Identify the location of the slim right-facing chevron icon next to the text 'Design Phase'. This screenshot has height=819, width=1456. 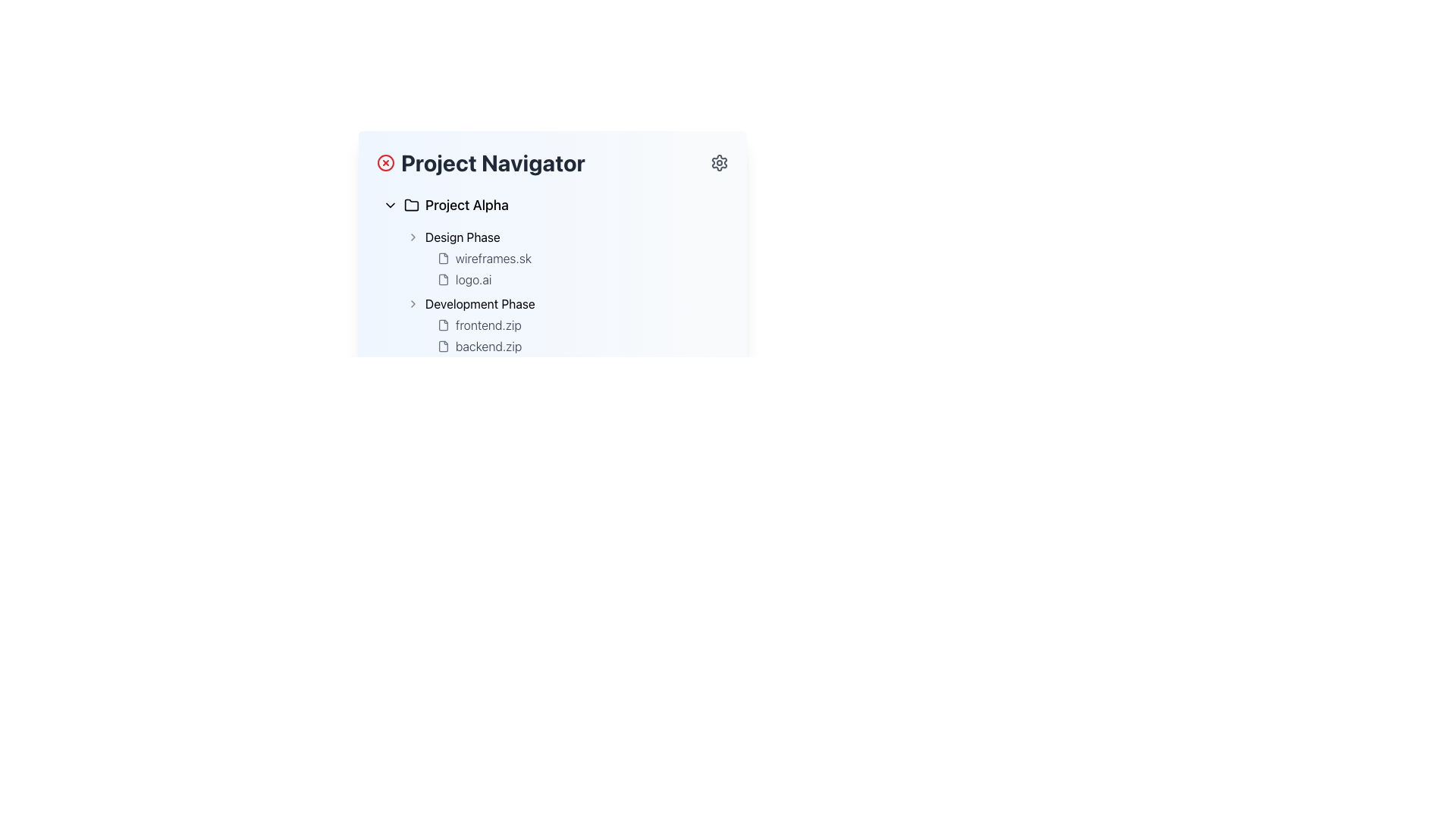
(413, 237).